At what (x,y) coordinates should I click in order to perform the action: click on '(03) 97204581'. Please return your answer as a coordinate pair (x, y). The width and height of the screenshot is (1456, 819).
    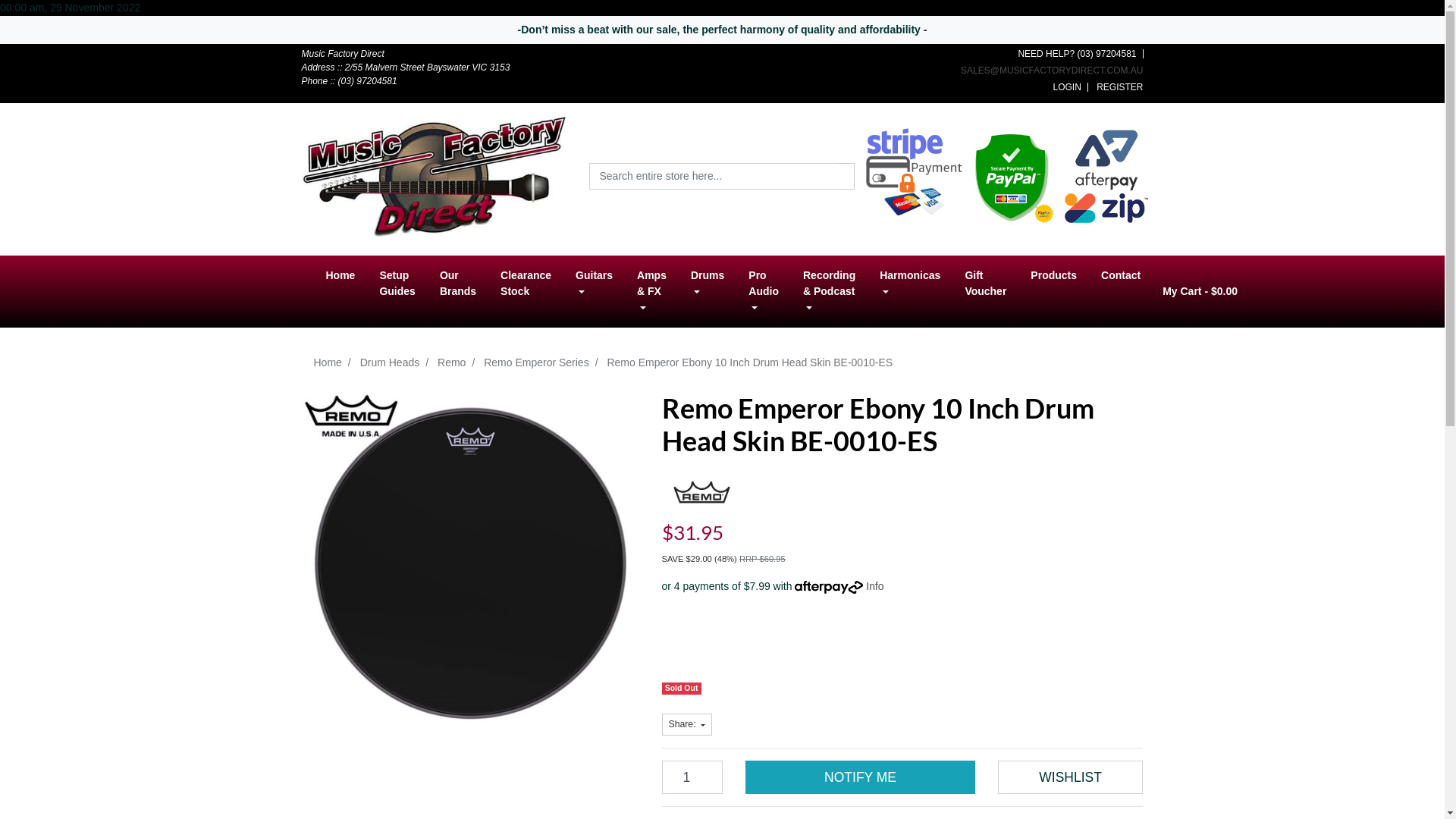
    Looking at the image, I should click on (1106, 52).